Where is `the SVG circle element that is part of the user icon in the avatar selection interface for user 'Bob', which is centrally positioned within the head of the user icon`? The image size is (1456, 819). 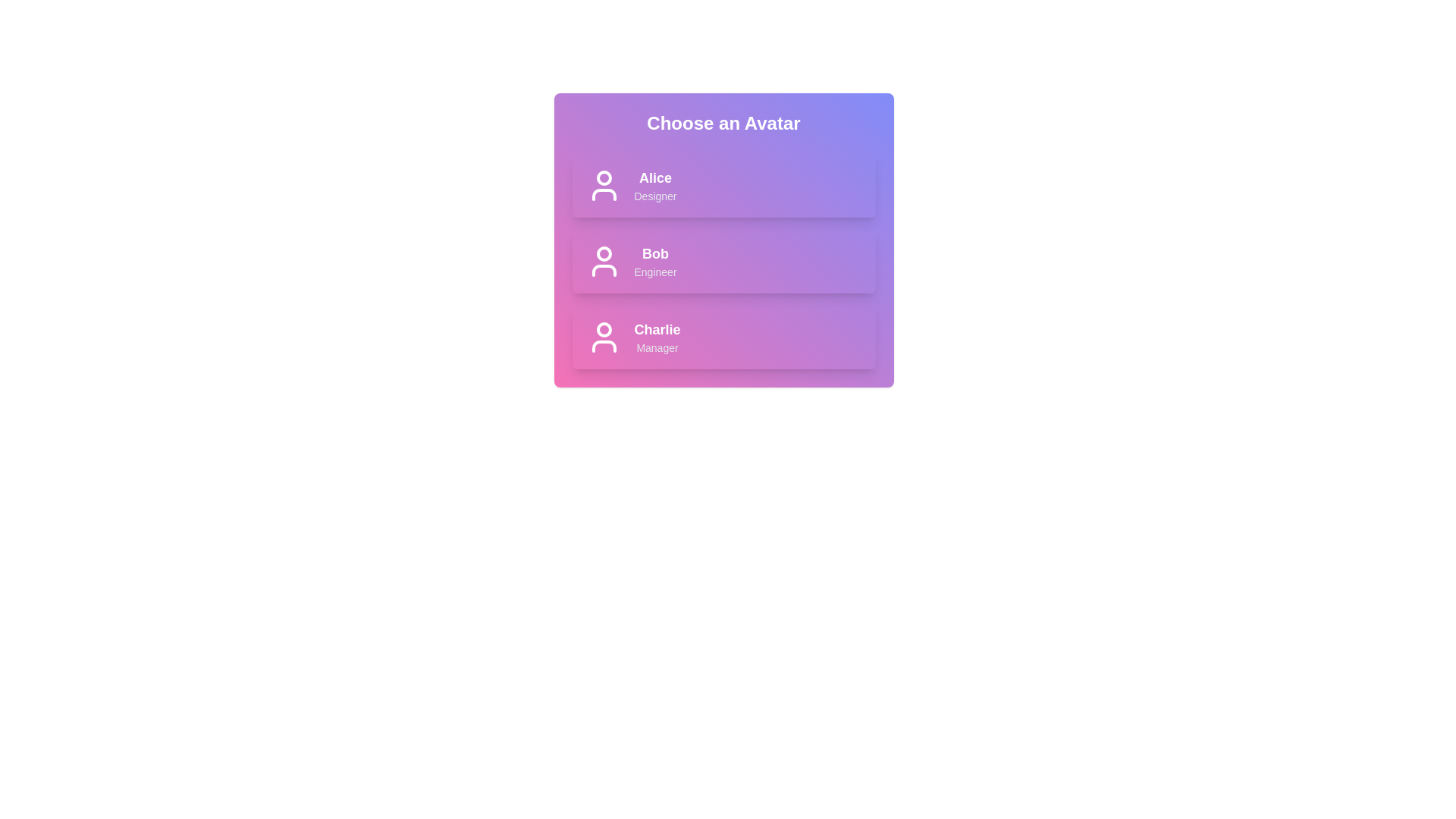 the SVG circle element that is part of the user icon in the avatar selection interface for user 'Bob', which is centrally positioned within the head of the user icon is located at coordinates (603, 253).